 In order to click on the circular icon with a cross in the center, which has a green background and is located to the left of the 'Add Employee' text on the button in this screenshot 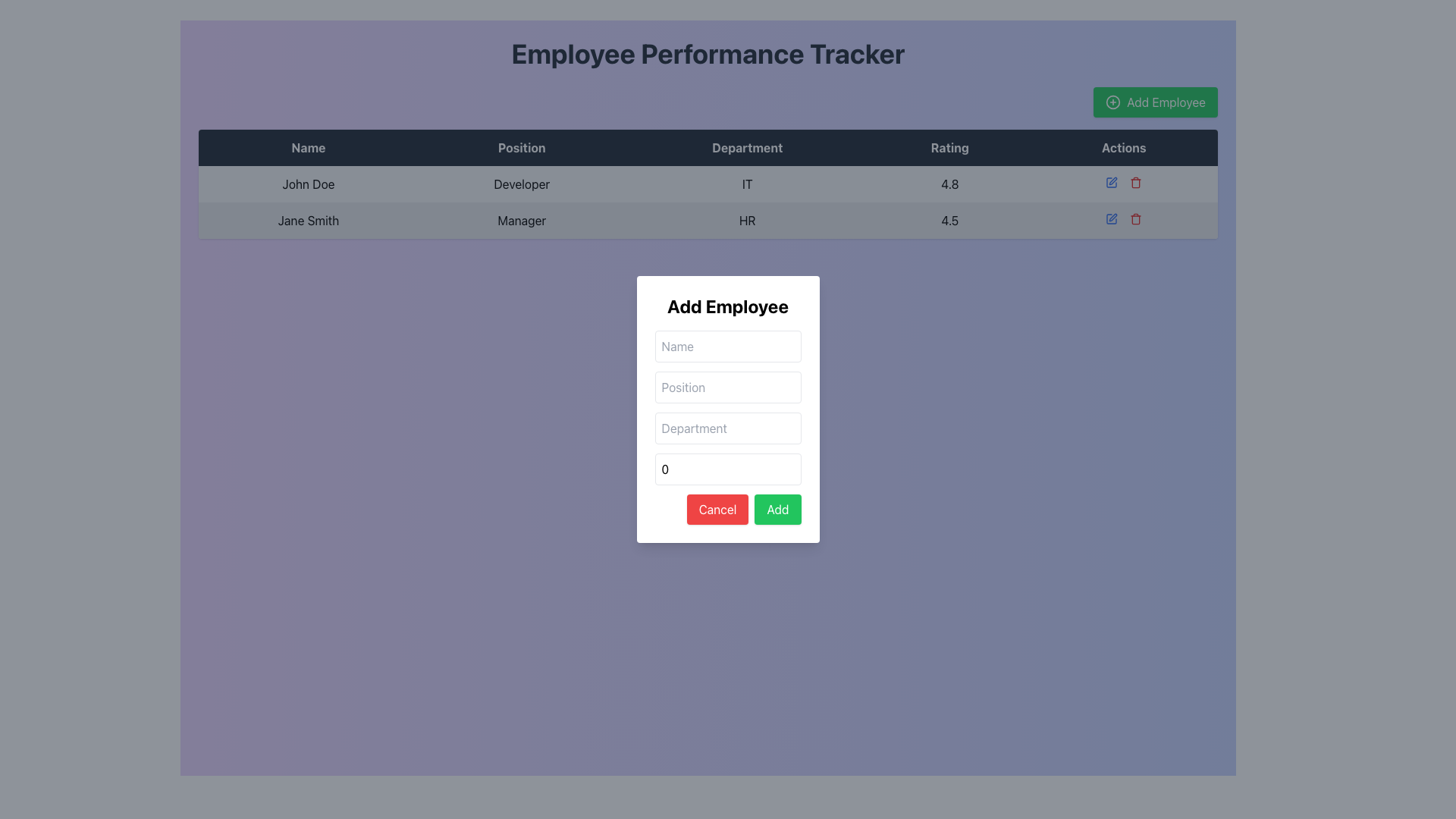, I will do `click(1113, 102)`.